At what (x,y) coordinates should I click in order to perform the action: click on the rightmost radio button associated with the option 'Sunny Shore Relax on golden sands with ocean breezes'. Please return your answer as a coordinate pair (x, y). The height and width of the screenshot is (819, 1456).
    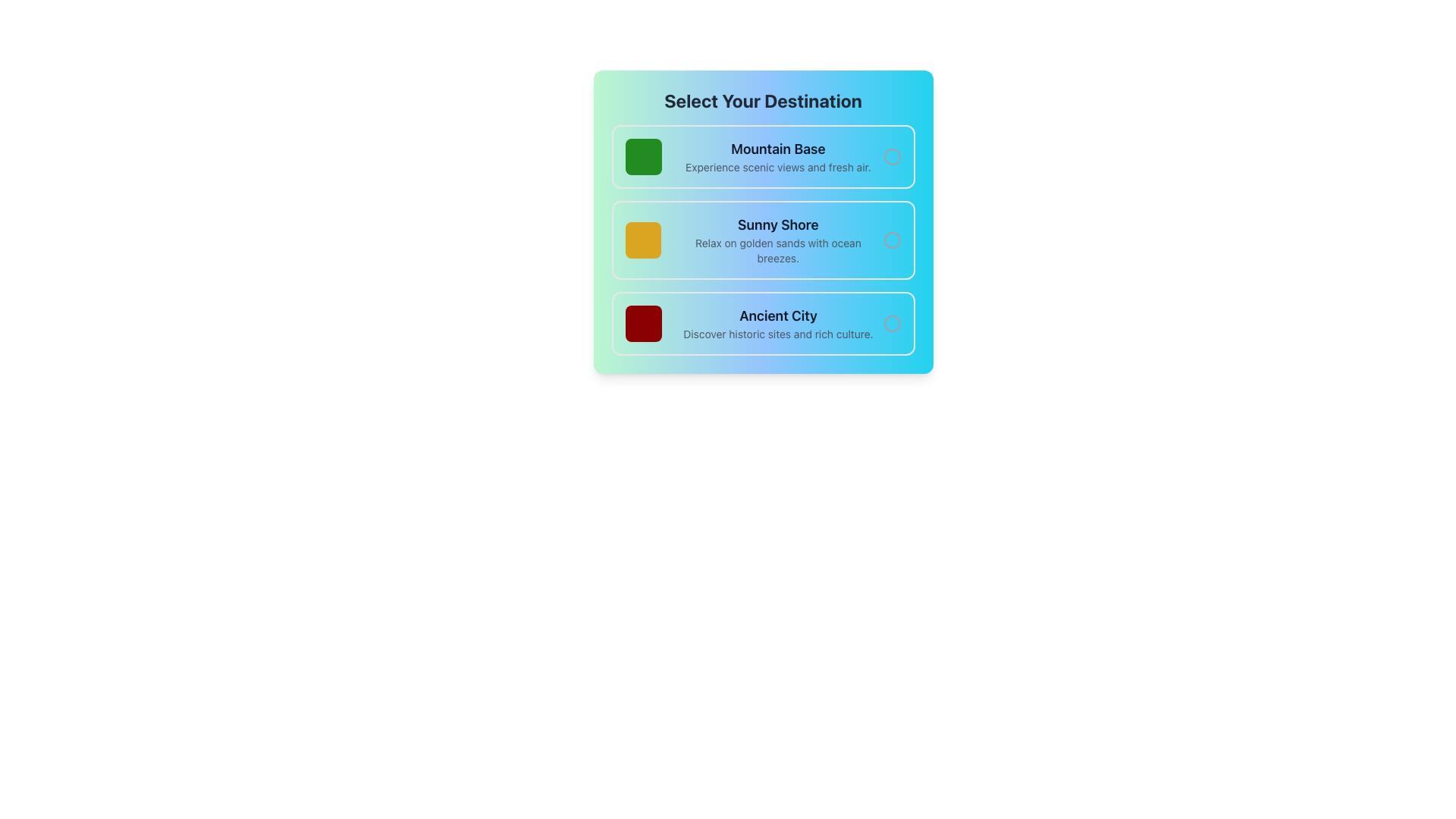
    Looking at the image, I should click on (892, 239).